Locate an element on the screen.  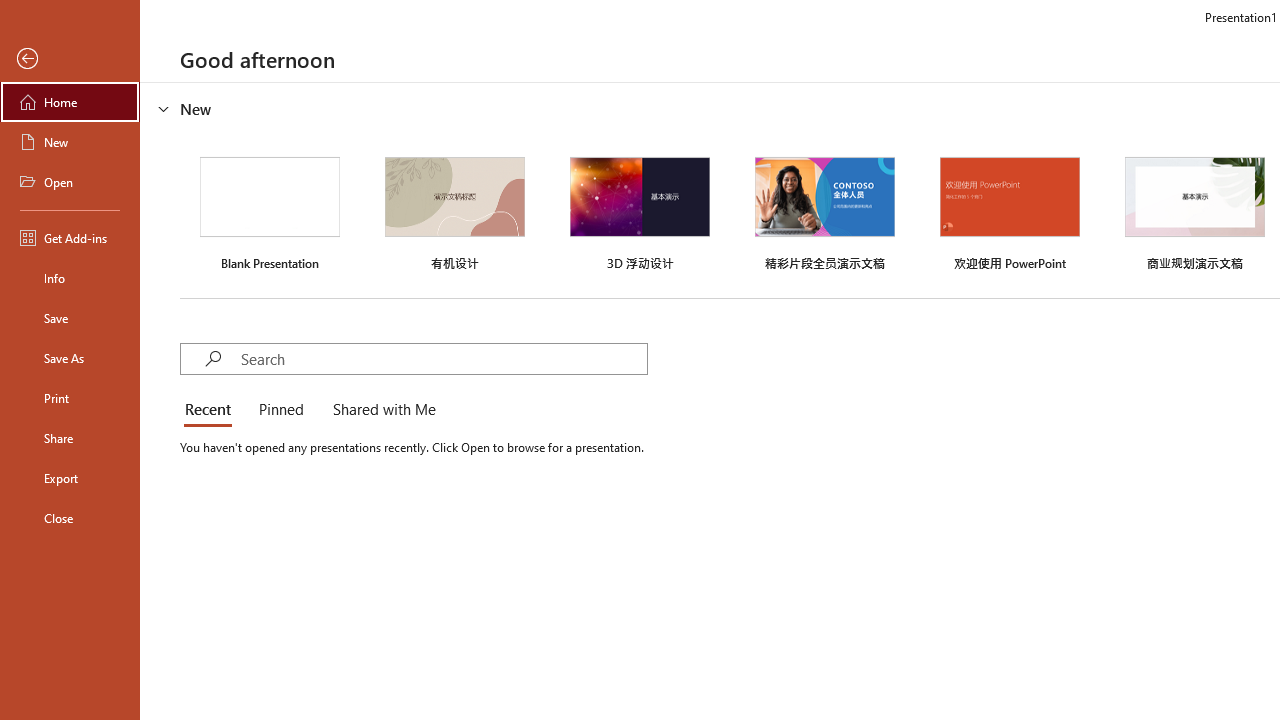
'Get Add-ins' is located at coordinates (69, 236).